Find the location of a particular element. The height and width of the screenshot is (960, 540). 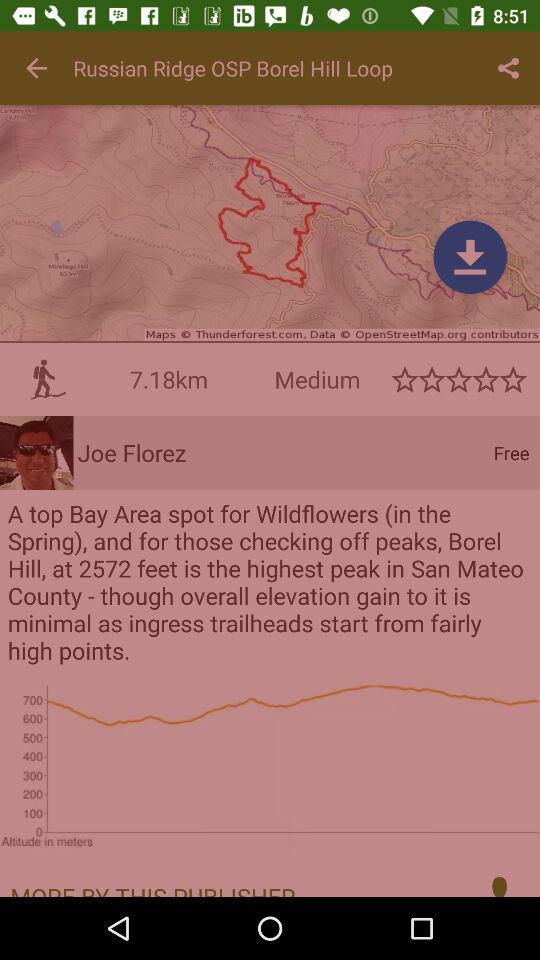

the icon next to the russian ridge osp item is located at coordinates (36, 68).